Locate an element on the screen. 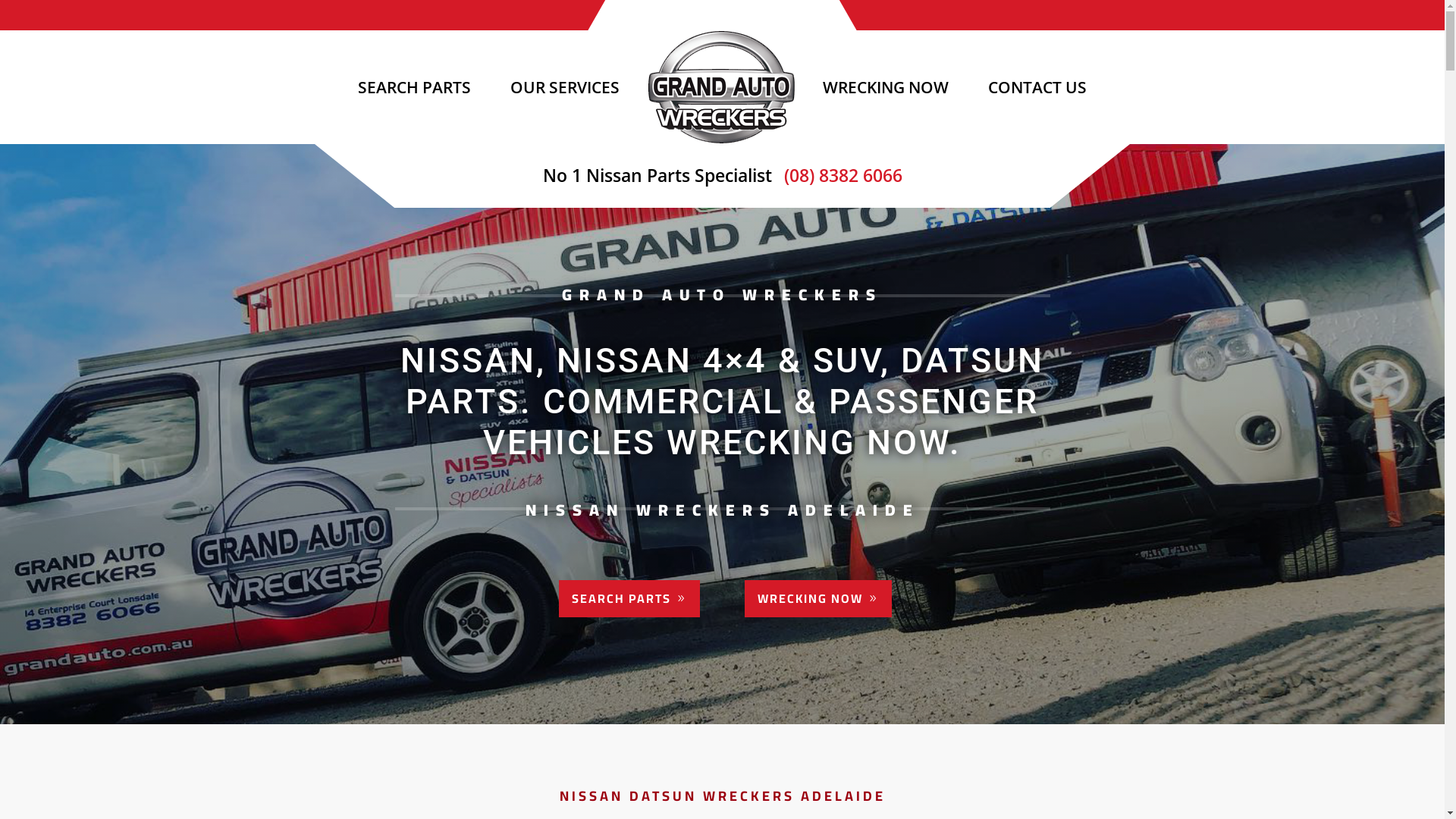 The height and width of the screenshot is (819, 1456). 'WRECKING NOW' is located at coordinates (745, 598).